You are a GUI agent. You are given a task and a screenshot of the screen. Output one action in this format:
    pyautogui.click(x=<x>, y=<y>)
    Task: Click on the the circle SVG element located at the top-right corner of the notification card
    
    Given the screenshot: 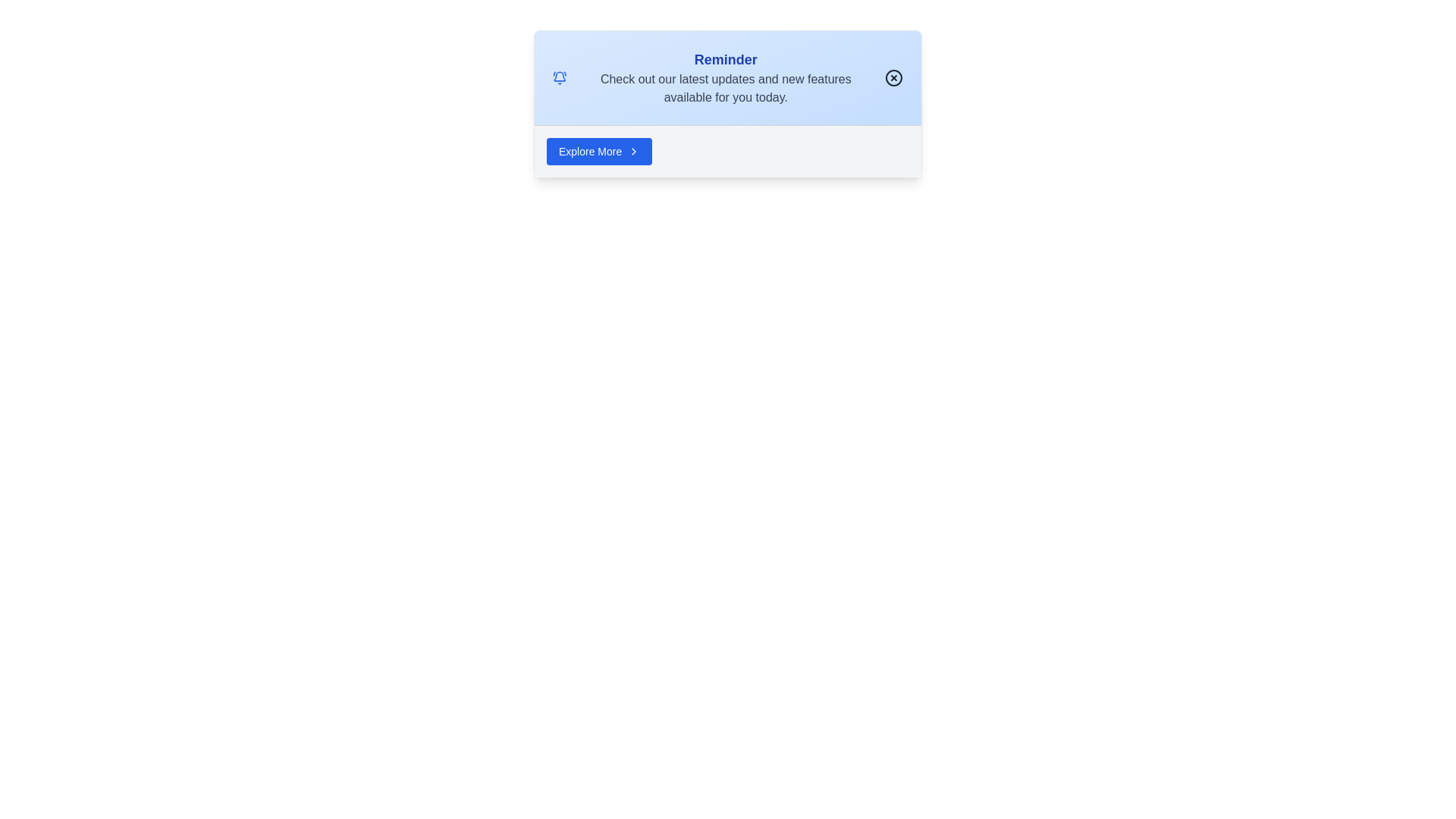 What is the action you would take?
    pyautogui.click(x=894, y=78)
    